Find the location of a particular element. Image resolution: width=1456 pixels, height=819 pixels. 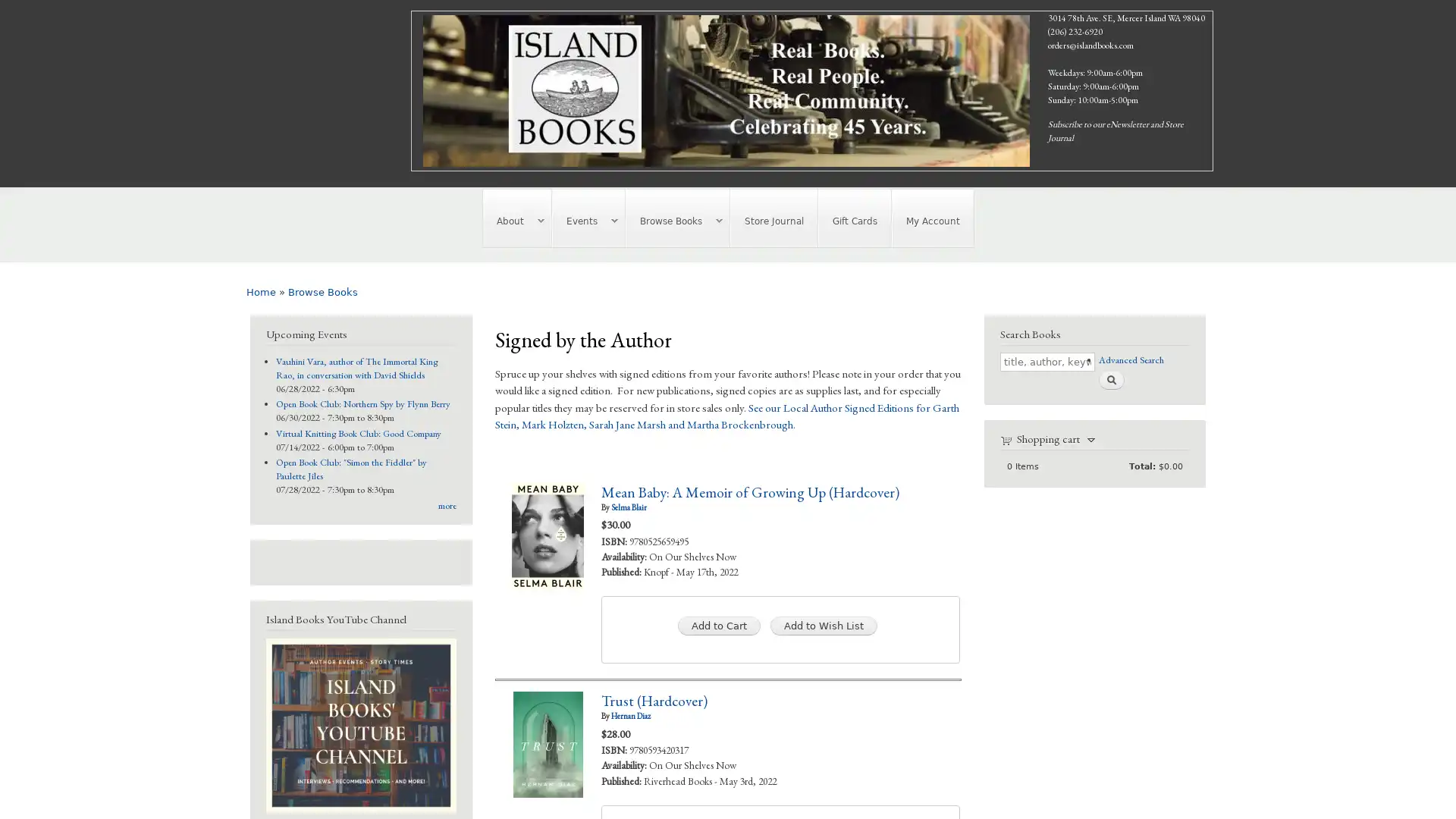

Search is located at coordinates (1110, 378).